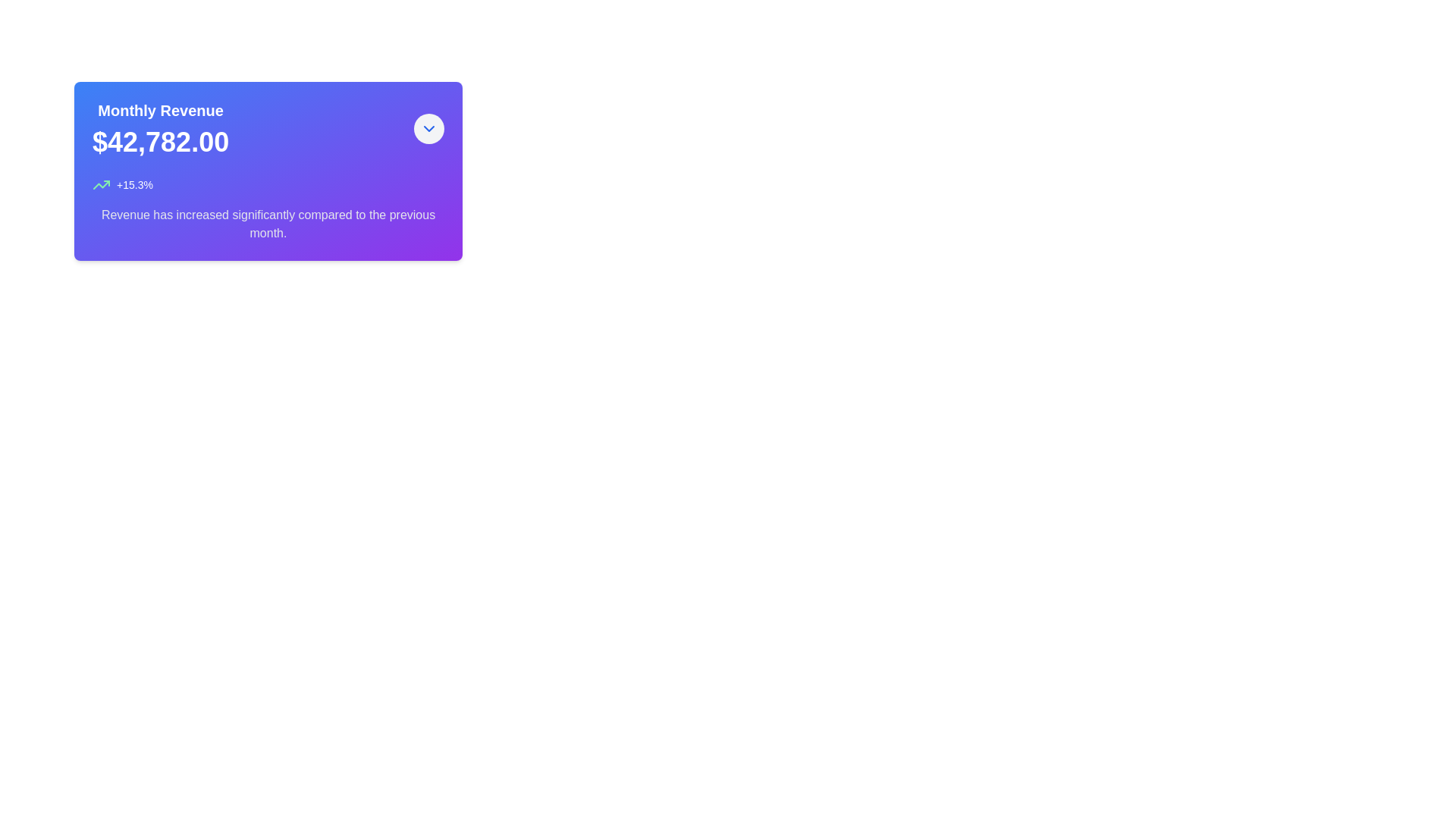 The width and height of the screenshot is (1456, 819). I want to click on the Text Display showing the monetary value '$42,782.00' which is centrally located below the 'Monthly Revenue' title in a card-like structure with a gradient purple background, so click(161, 143).